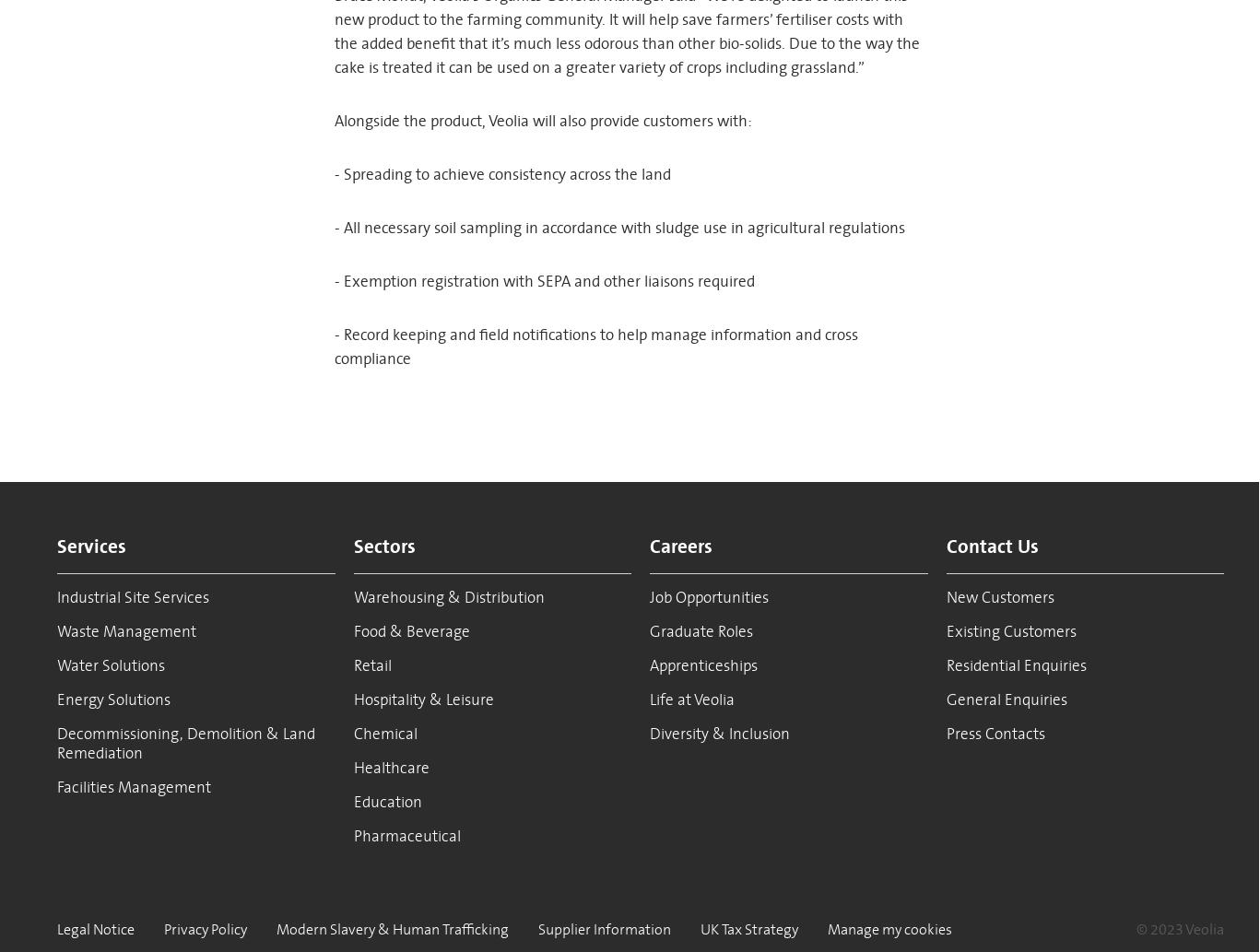 The height and width of the screenshot is (952, 1260). I want to click on 'Food & Beverage', so click(410, 629).